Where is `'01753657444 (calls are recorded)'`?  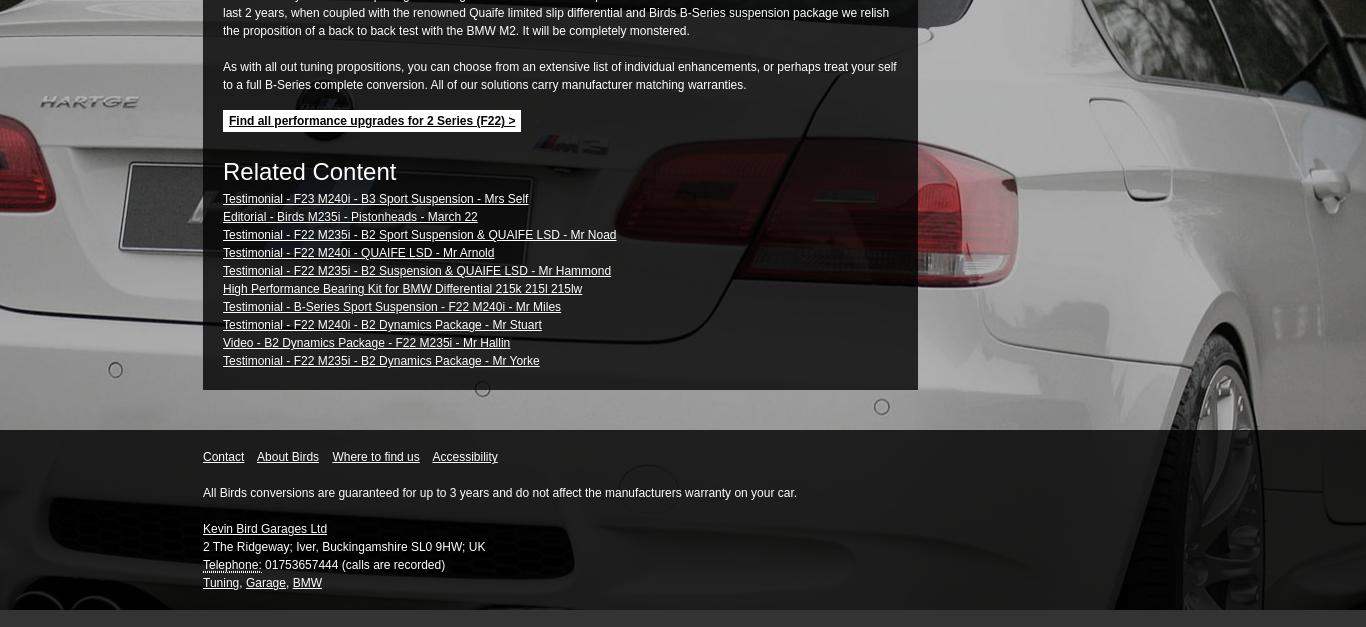 '01753657444 (calls are recorded)' is located at coordinates (351, 564).